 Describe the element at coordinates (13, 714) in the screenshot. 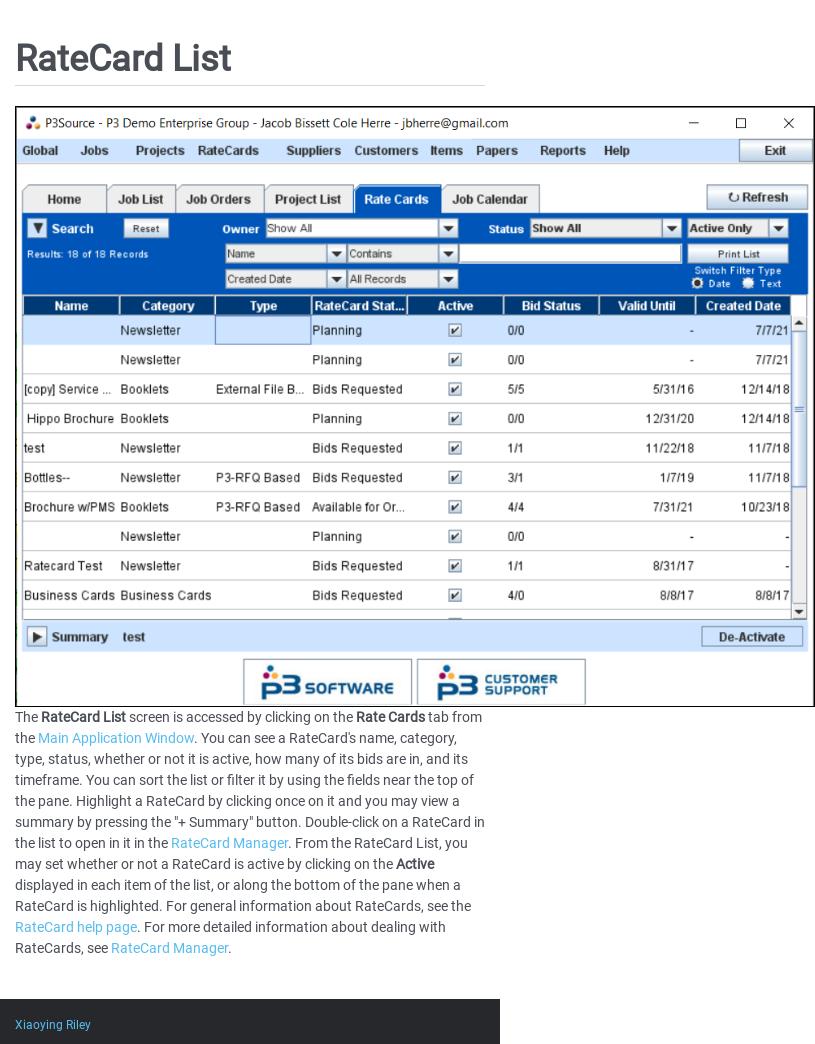

I see `'The'` at that location.